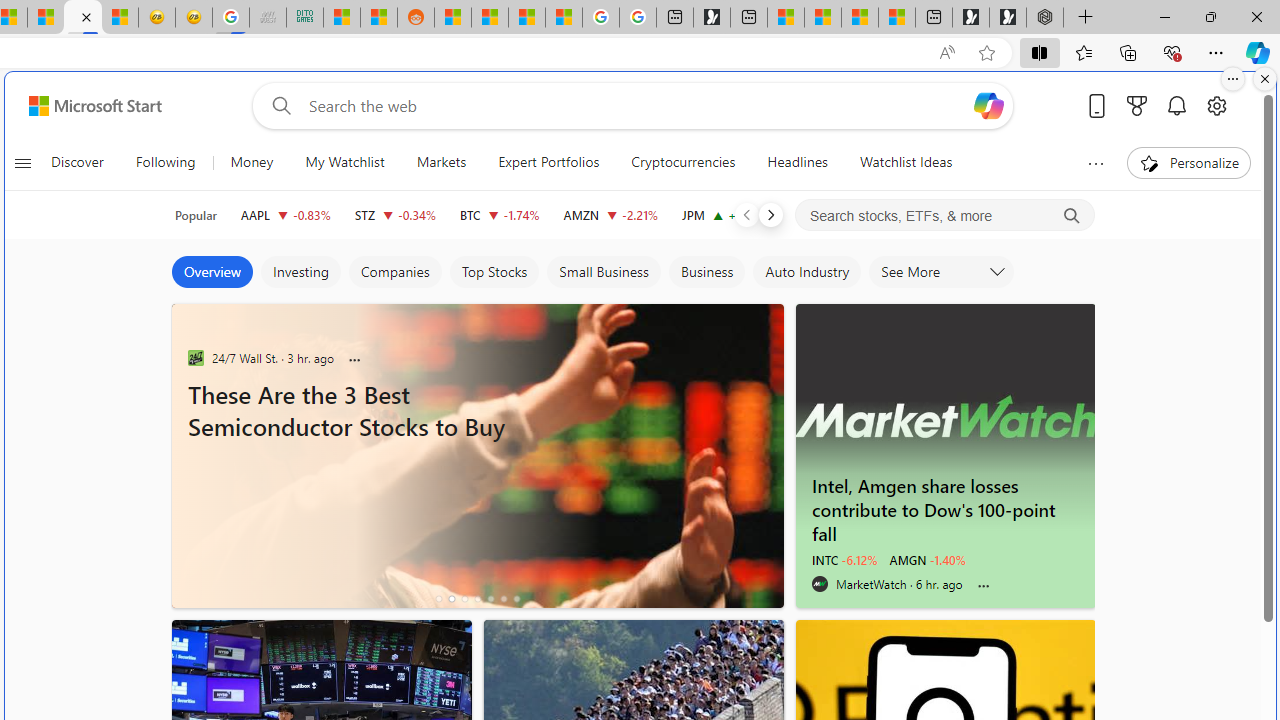 Image resolution: width=1280 pixels, height=720 pixels. I want to click on 'Open navigation menu', so click(22, 162).